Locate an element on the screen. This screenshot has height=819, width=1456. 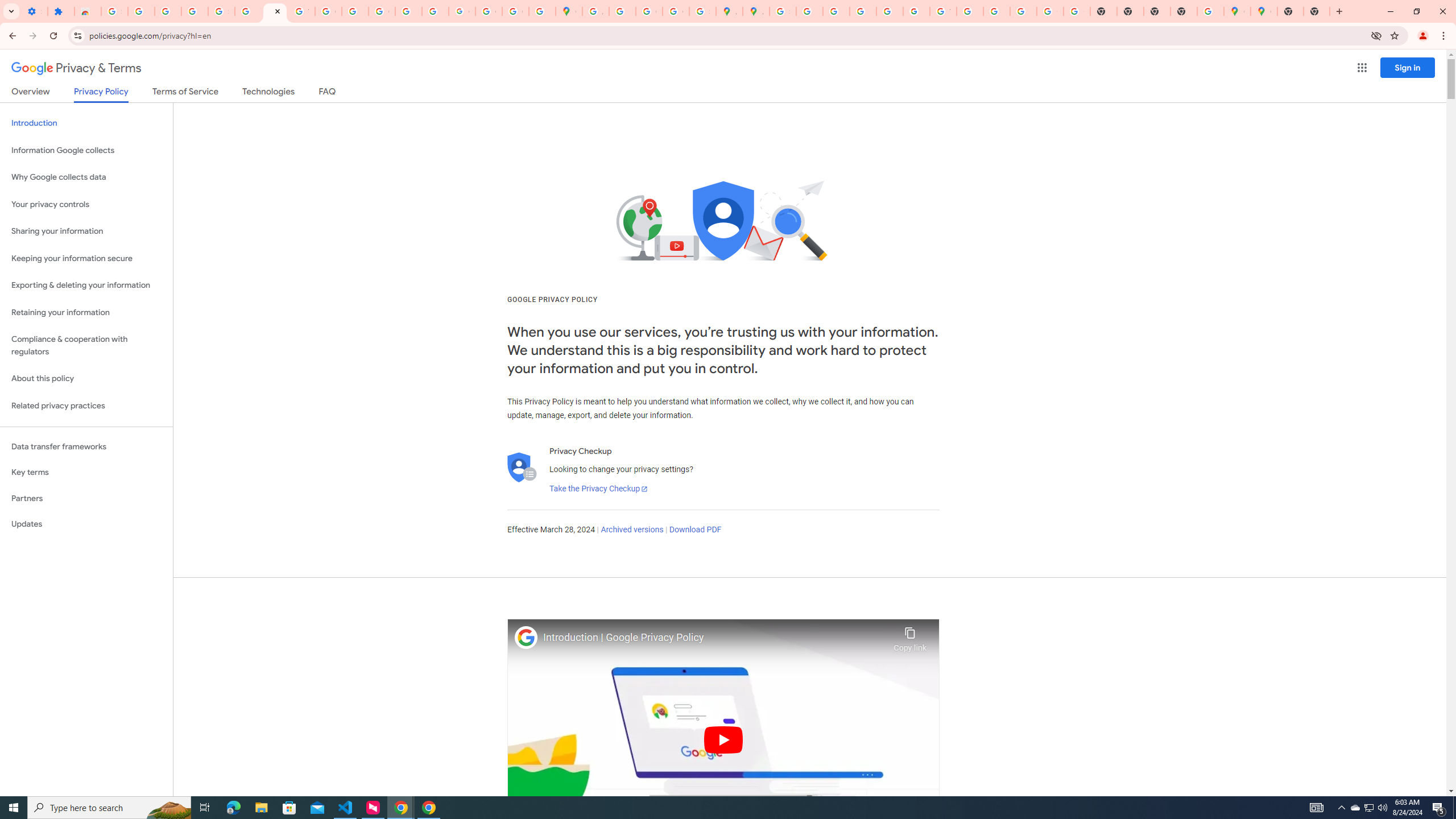
'New Tab' is located at coordinates (1290, 11).